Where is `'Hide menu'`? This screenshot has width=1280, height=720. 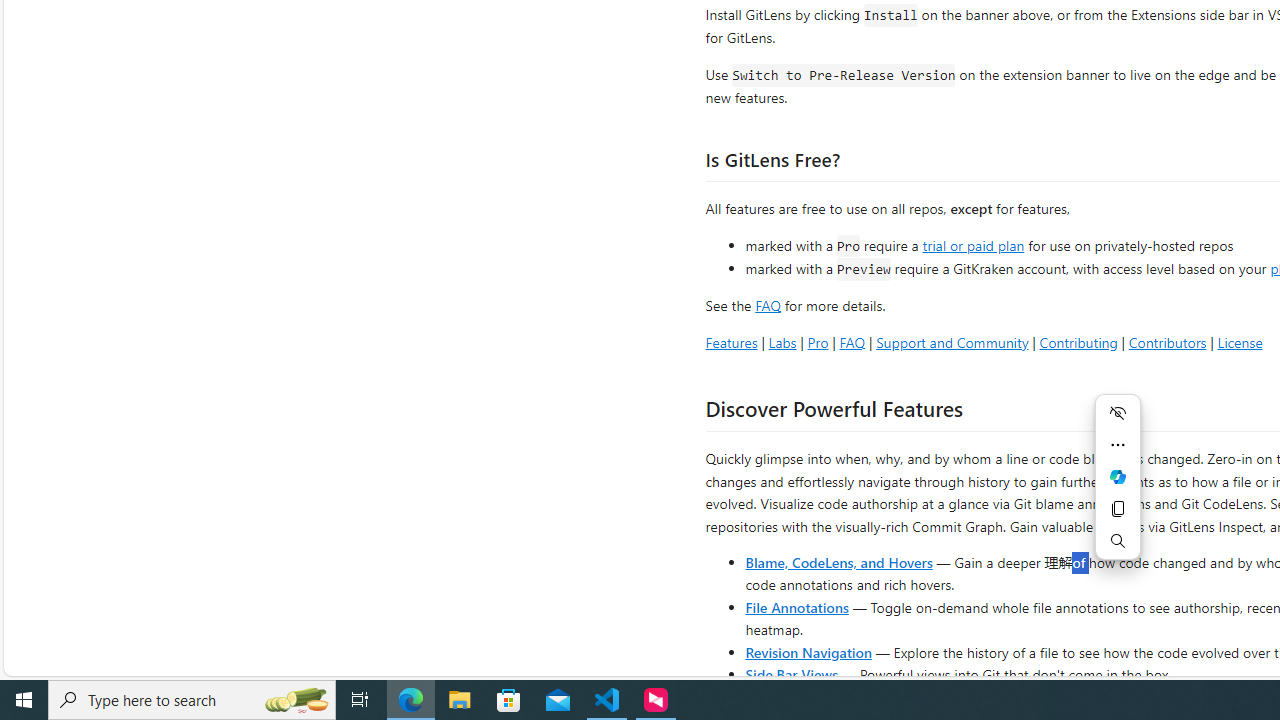
'Hide menu' is located at coordinates (1117, 411).